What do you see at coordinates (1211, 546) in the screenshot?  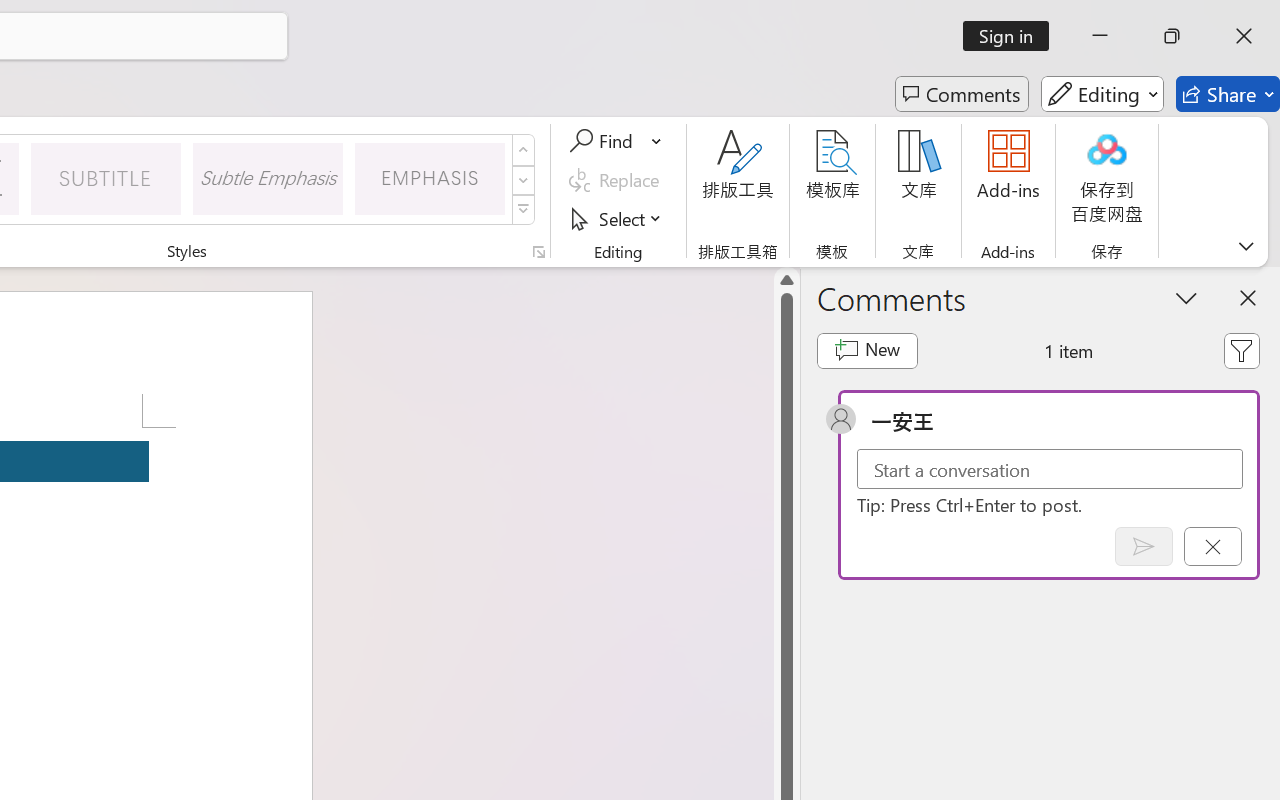 I see `'Cancel'` at bounding box center [1211, 546].